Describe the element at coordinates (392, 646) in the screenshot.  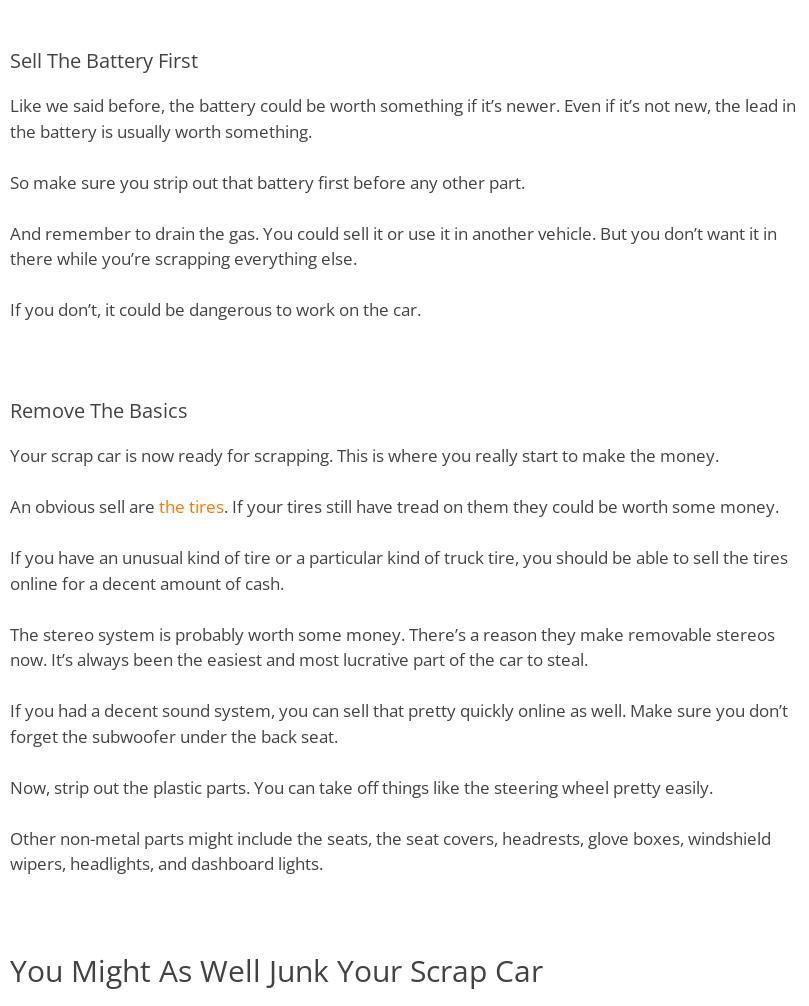
I see `'The stereo system is probably worth some money. There’s a reason they make removable stereos now. It’s always been the easiest and most lucrative part of the car to steal.'` at that location.